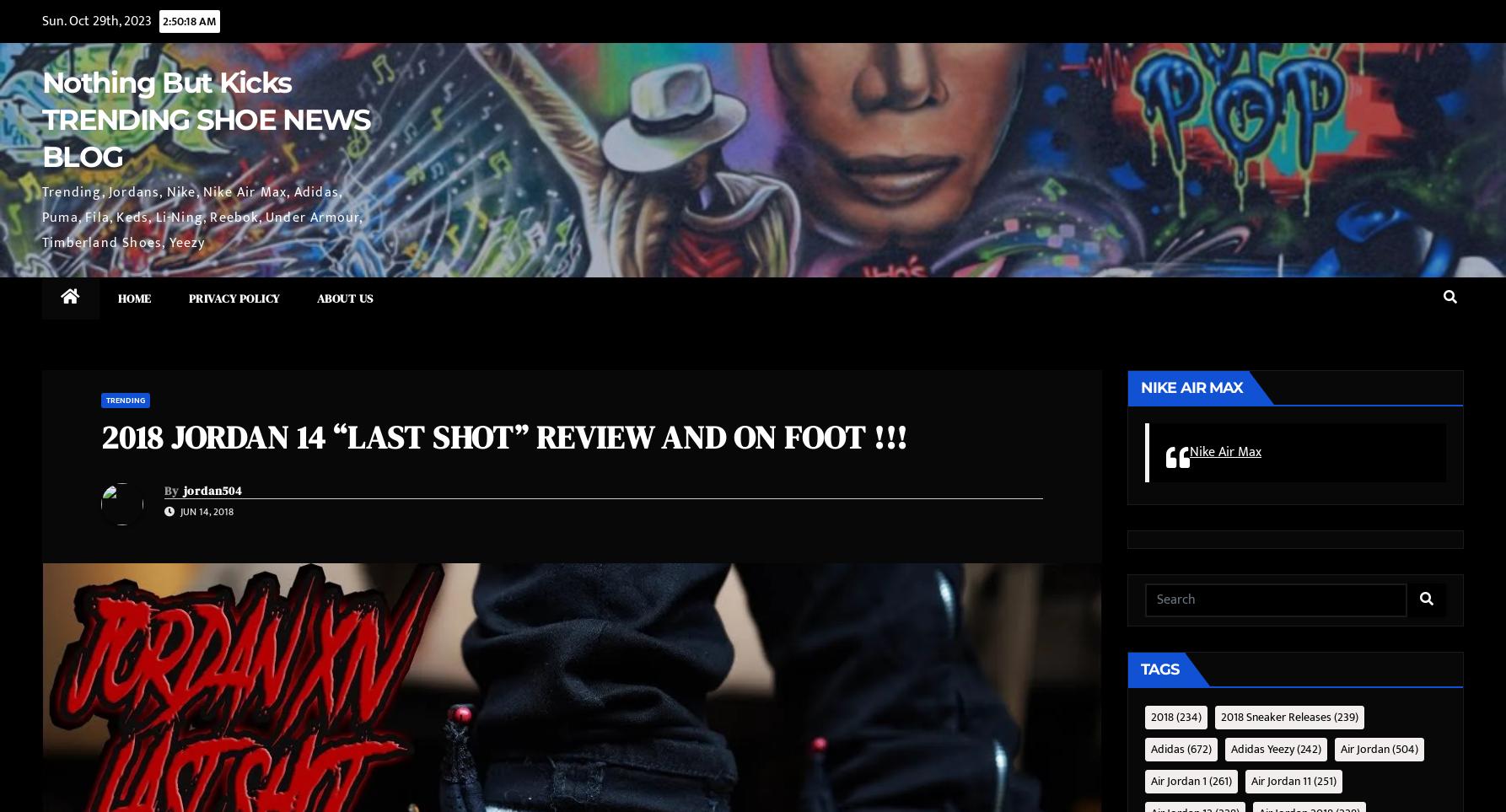  Describe the element at coordinates (1276, 716) in the screenshot. I see `'2018 sneaker releases'` at that location.